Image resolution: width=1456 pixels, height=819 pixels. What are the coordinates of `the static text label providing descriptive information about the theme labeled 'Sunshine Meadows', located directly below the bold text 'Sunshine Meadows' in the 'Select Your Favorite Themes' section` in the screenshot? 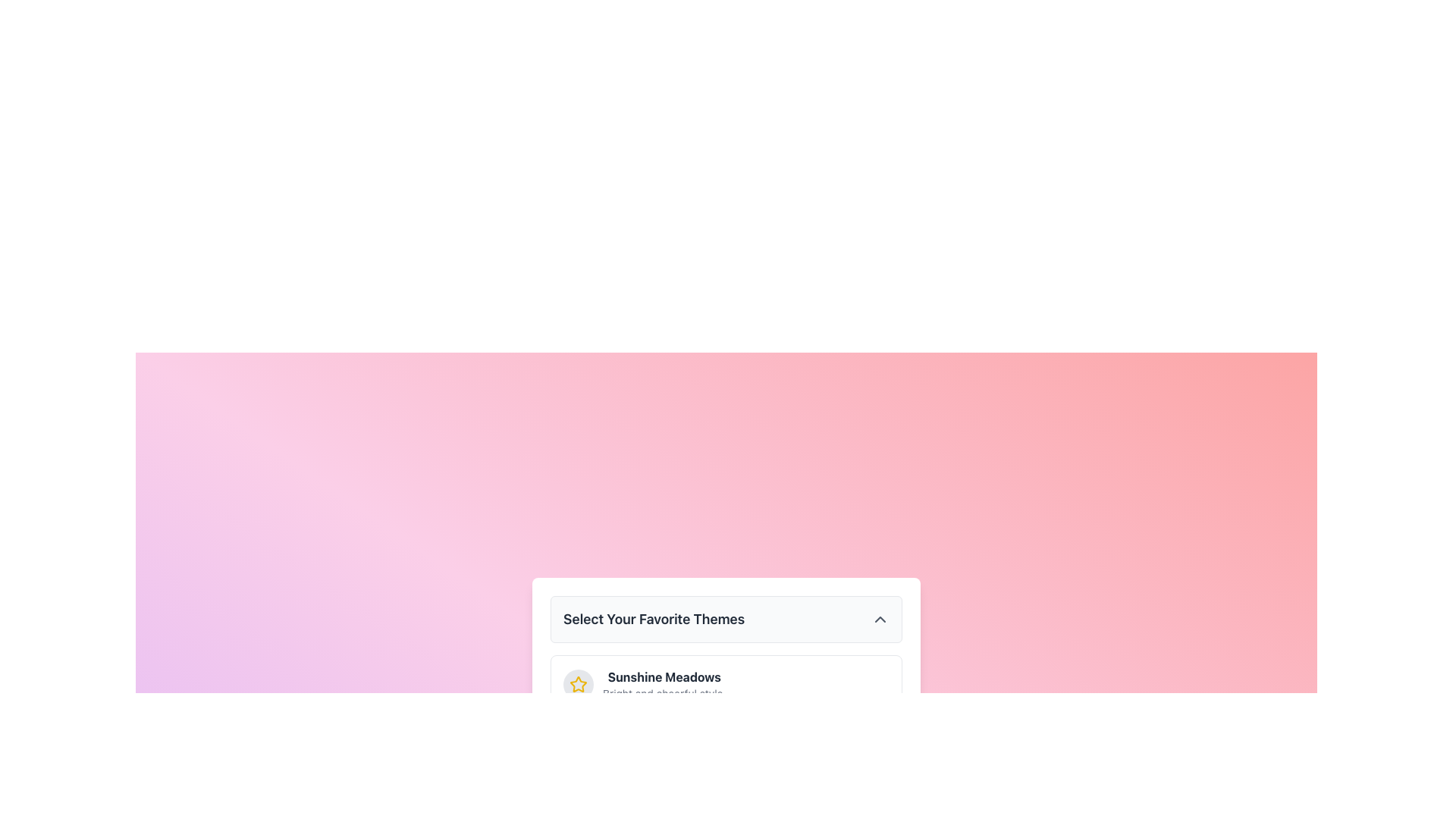 It's located at (664, 693).